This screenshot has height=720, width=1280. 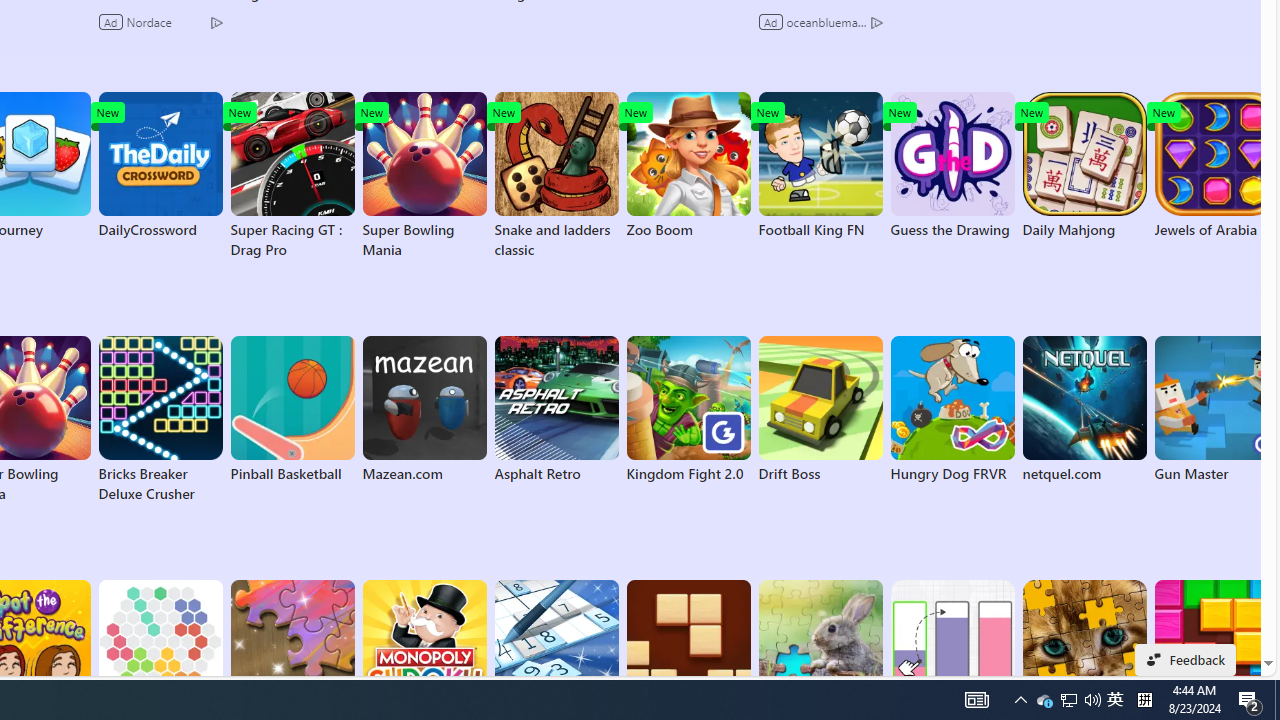 What do you see at coordinates (951, 409) in the screenshot?
I see `'Hungry Dog FRVR'` at bounding box center [951, 409].